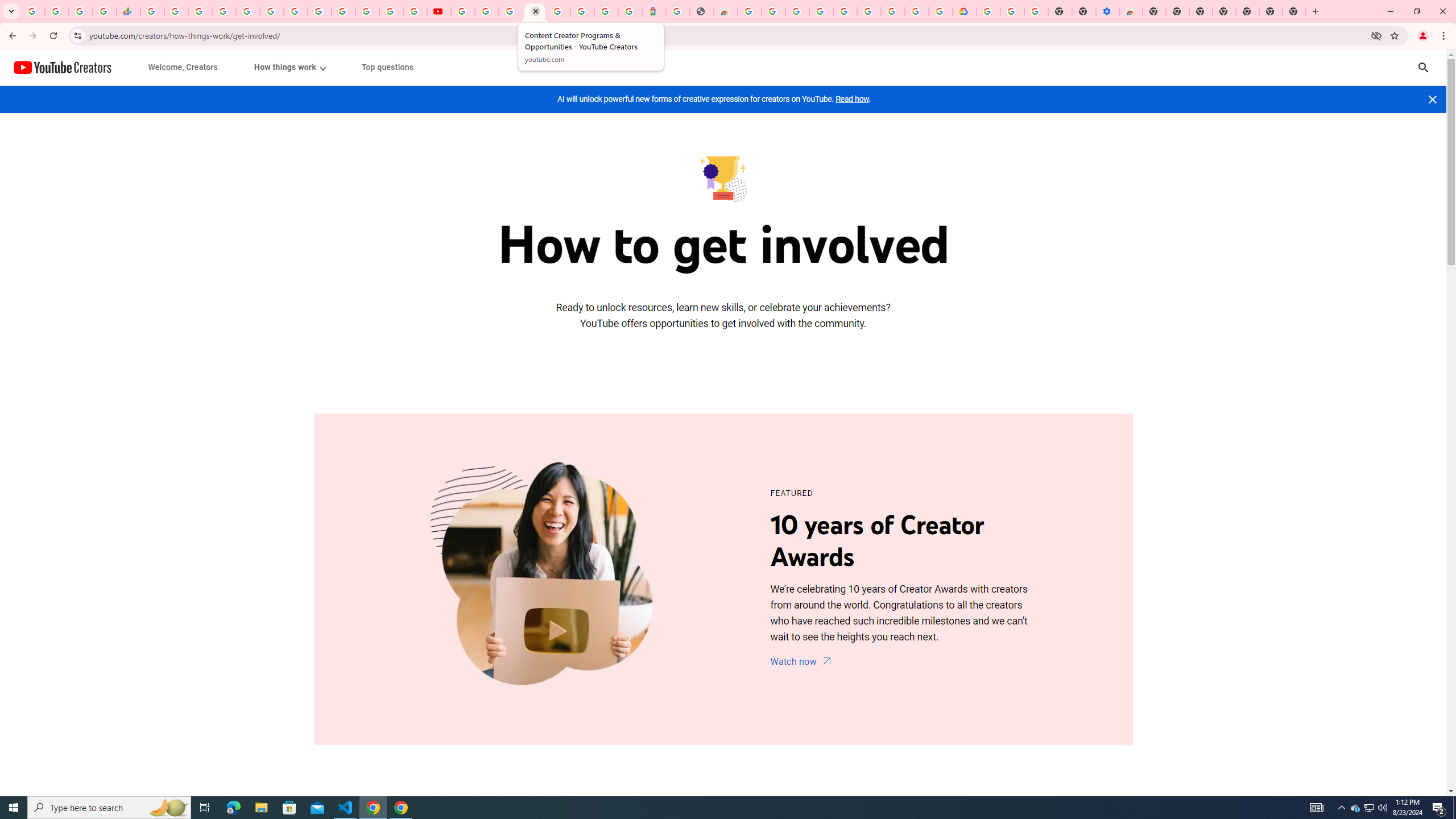 Image resolution: width=1456 pixels, height=819 pixels. I want to click on 'Sign in - Google Accounts', so click(224, 11).